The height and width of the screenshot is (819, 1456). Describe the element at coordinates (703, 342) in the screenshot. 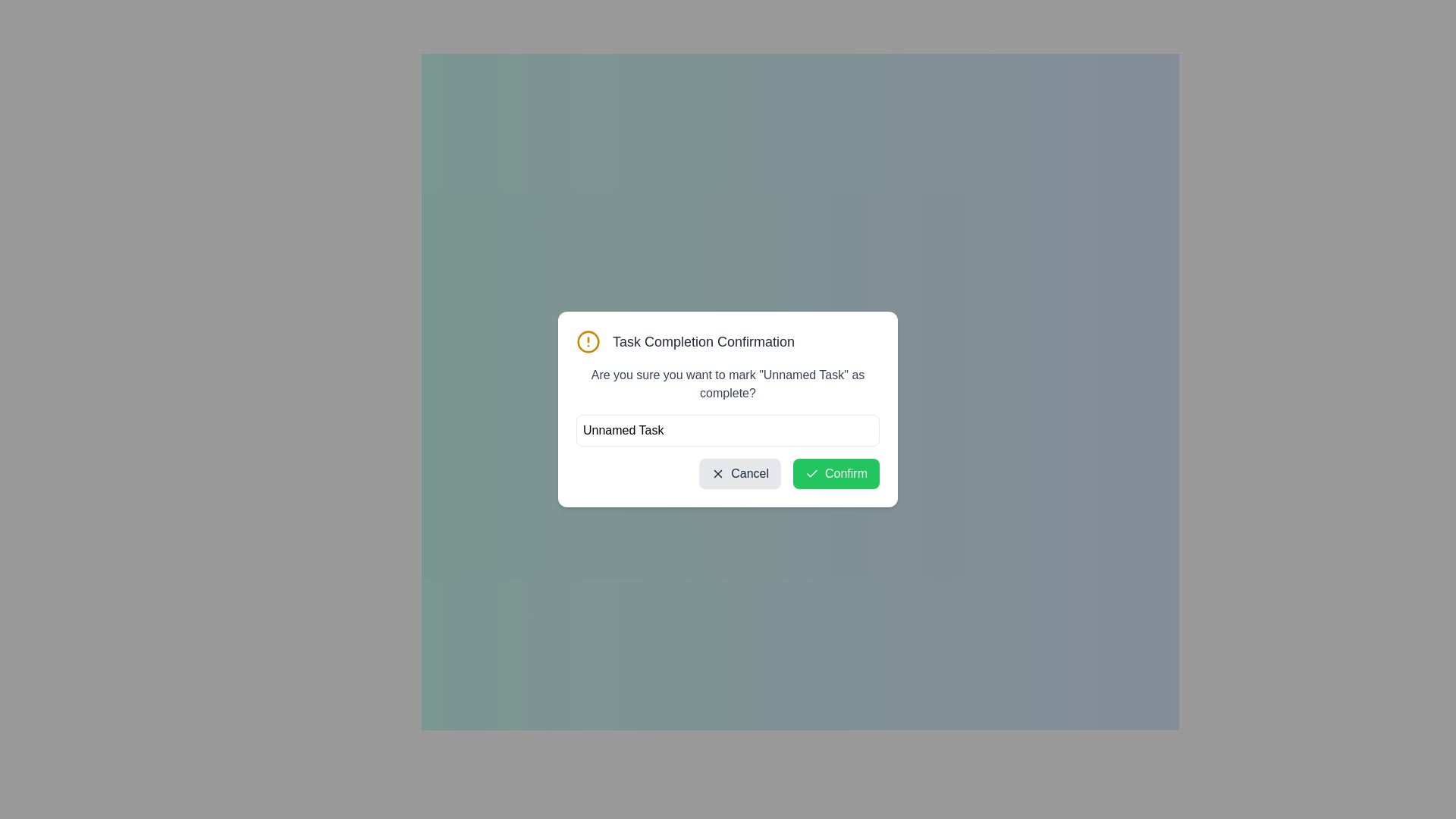

I see `the static text label that reads 'Task Completion Confirmation', which is styled with a medium font weight and gray hue, positioned to the right of a circular warning icon near the top of the modal dialog` at that location.